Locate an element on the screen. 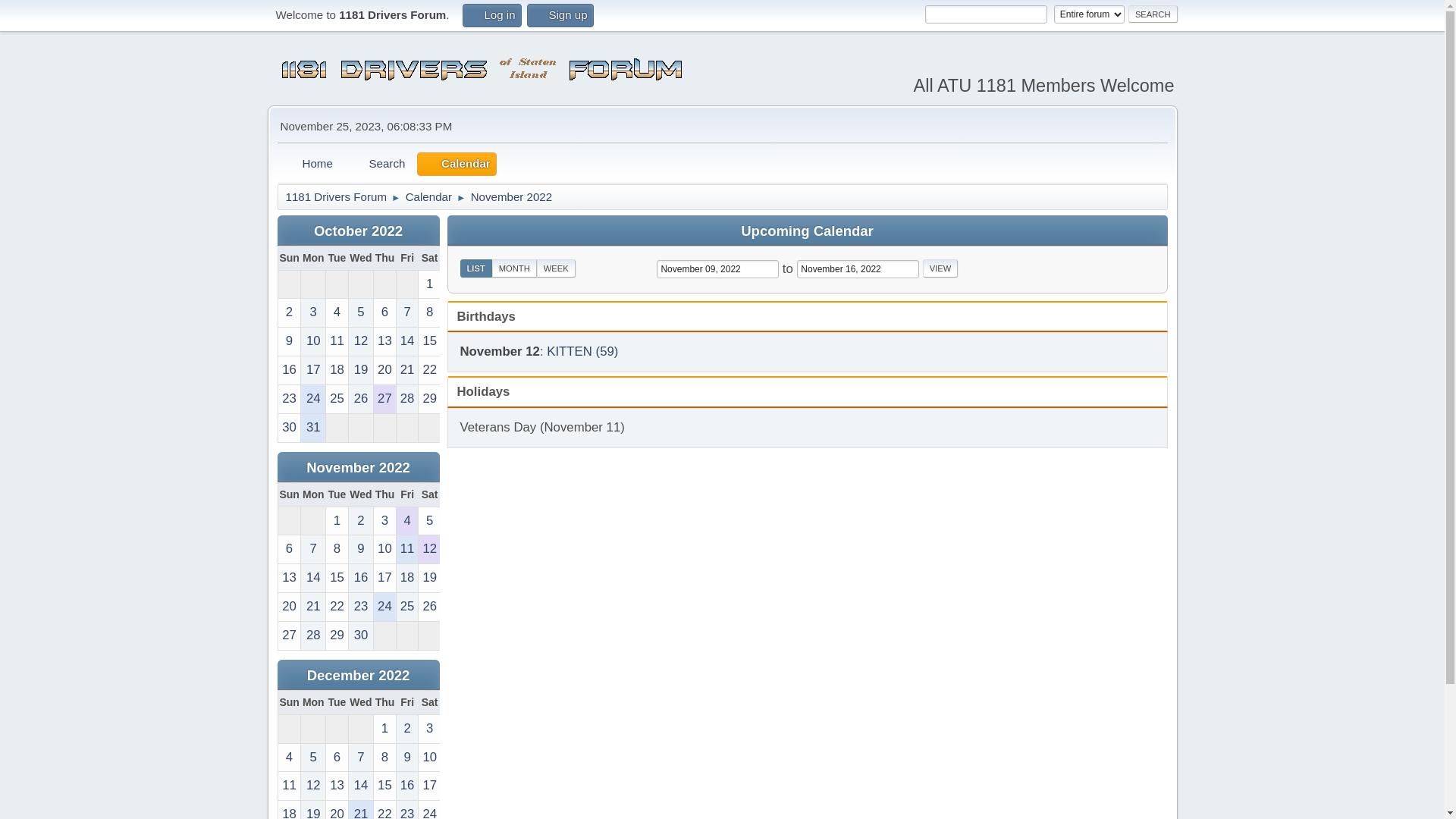 The height and width of the screenshot is (819, 1456). 'December 2022' is located at coordinates (358, 674).